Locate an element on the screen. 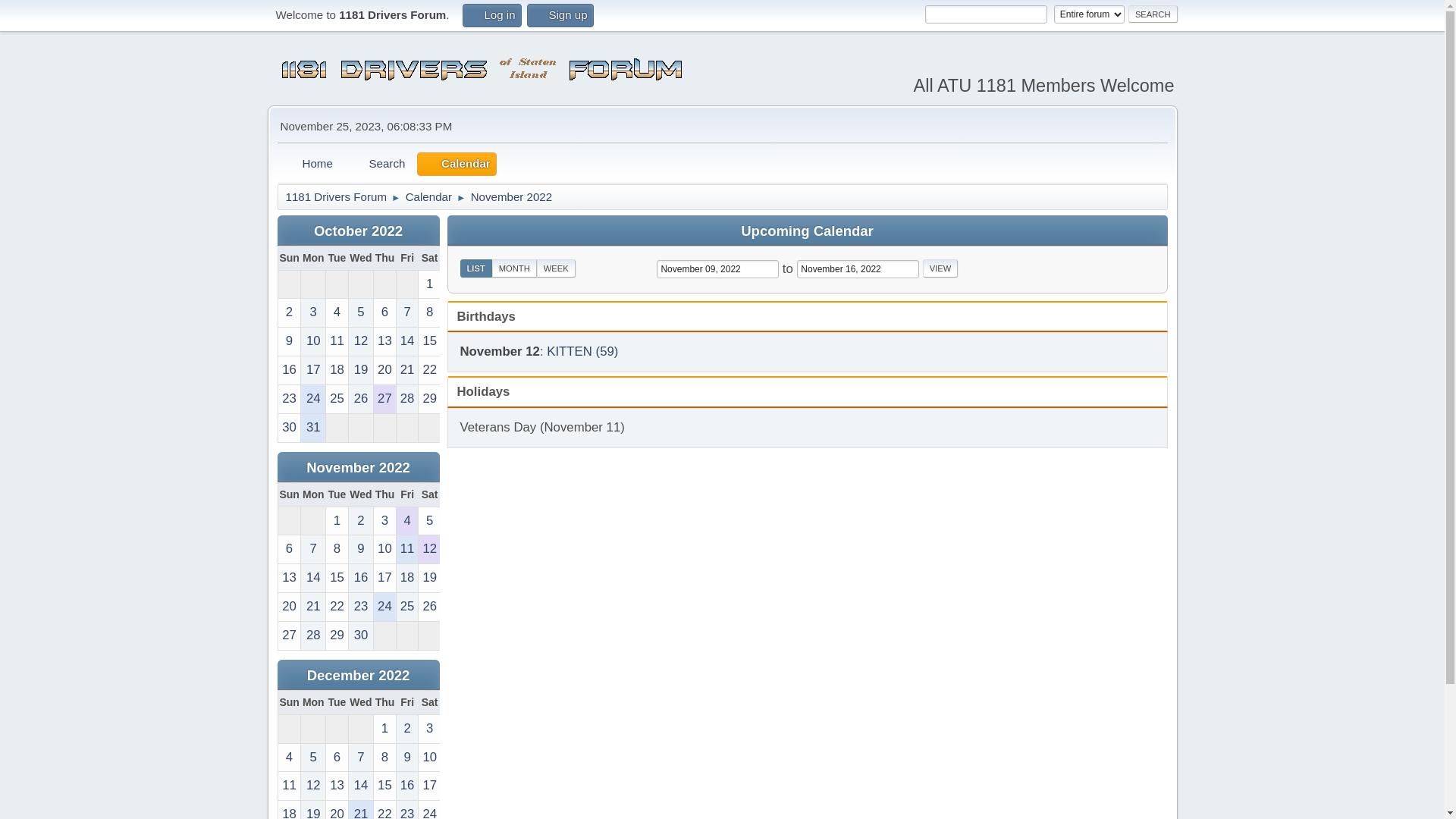 The height and width of the screenshot is (819, 1456). 'December 2022' is located at coordinates (358, 674).